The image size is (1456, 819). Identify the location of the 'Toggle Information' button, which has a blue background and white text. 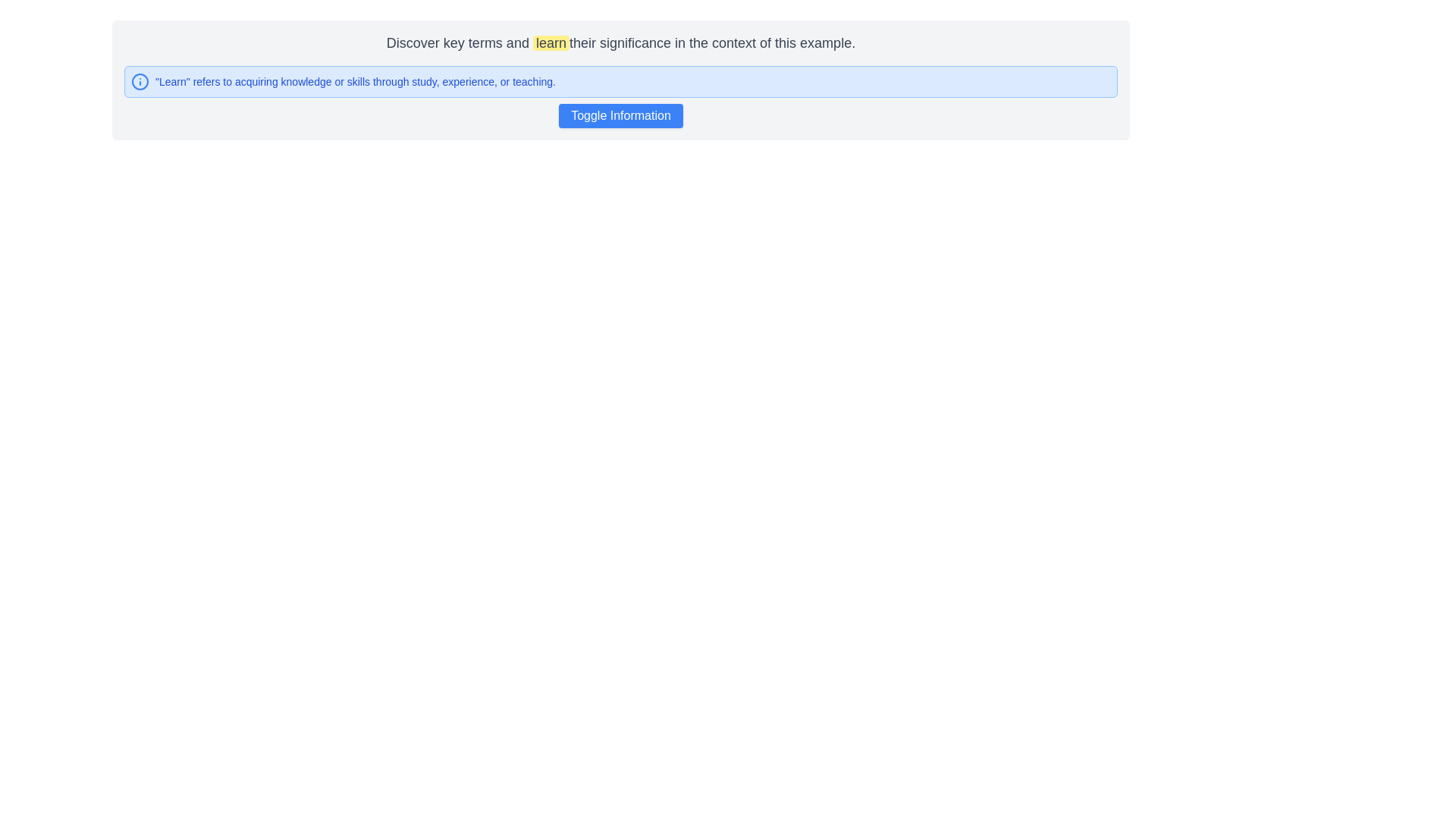
(621, 115).